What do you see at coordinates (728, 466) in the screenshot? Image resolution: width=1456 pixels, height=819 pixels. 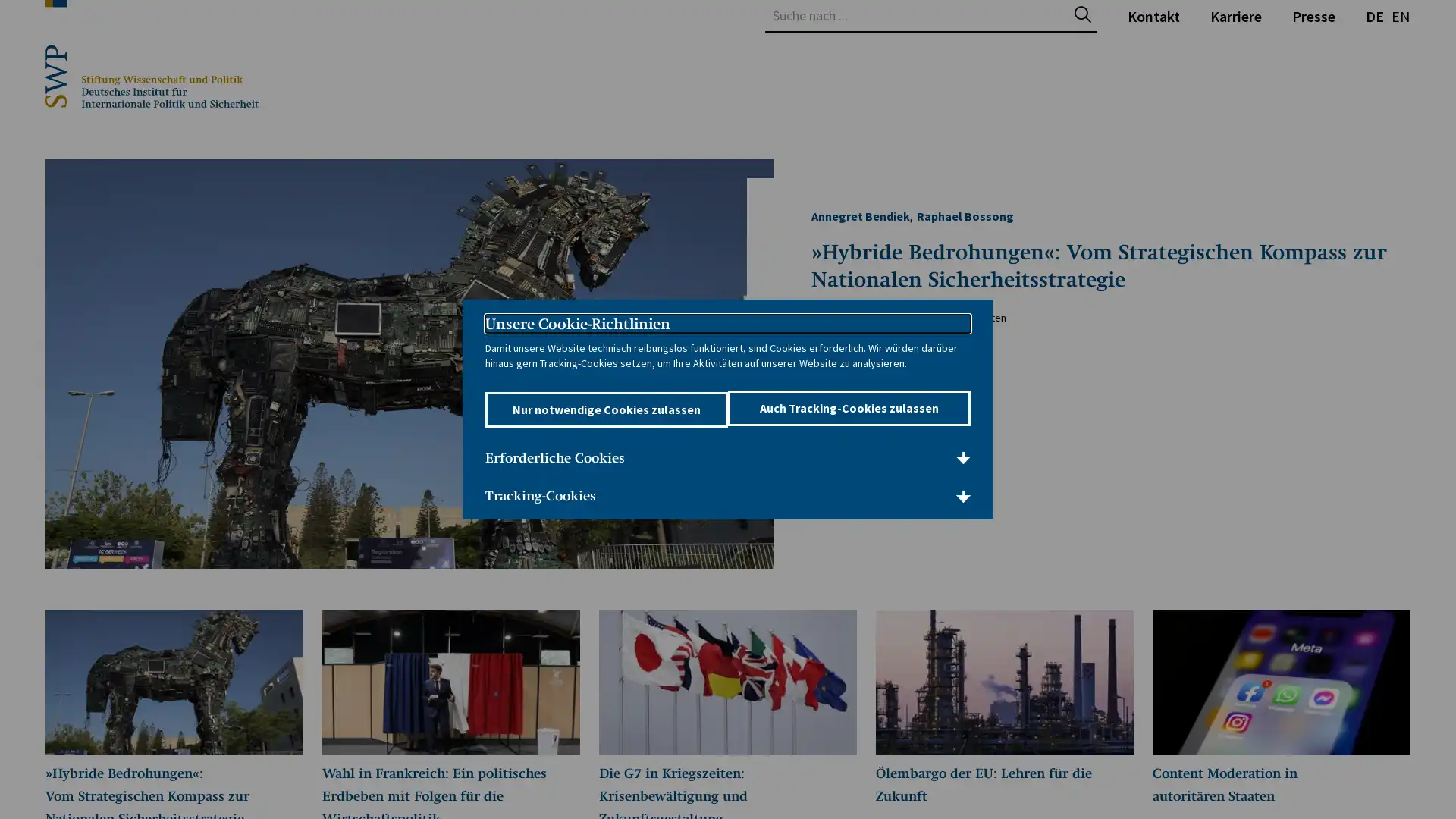 I see `Erforderliche Cookies` at bounding box center [728, 466].